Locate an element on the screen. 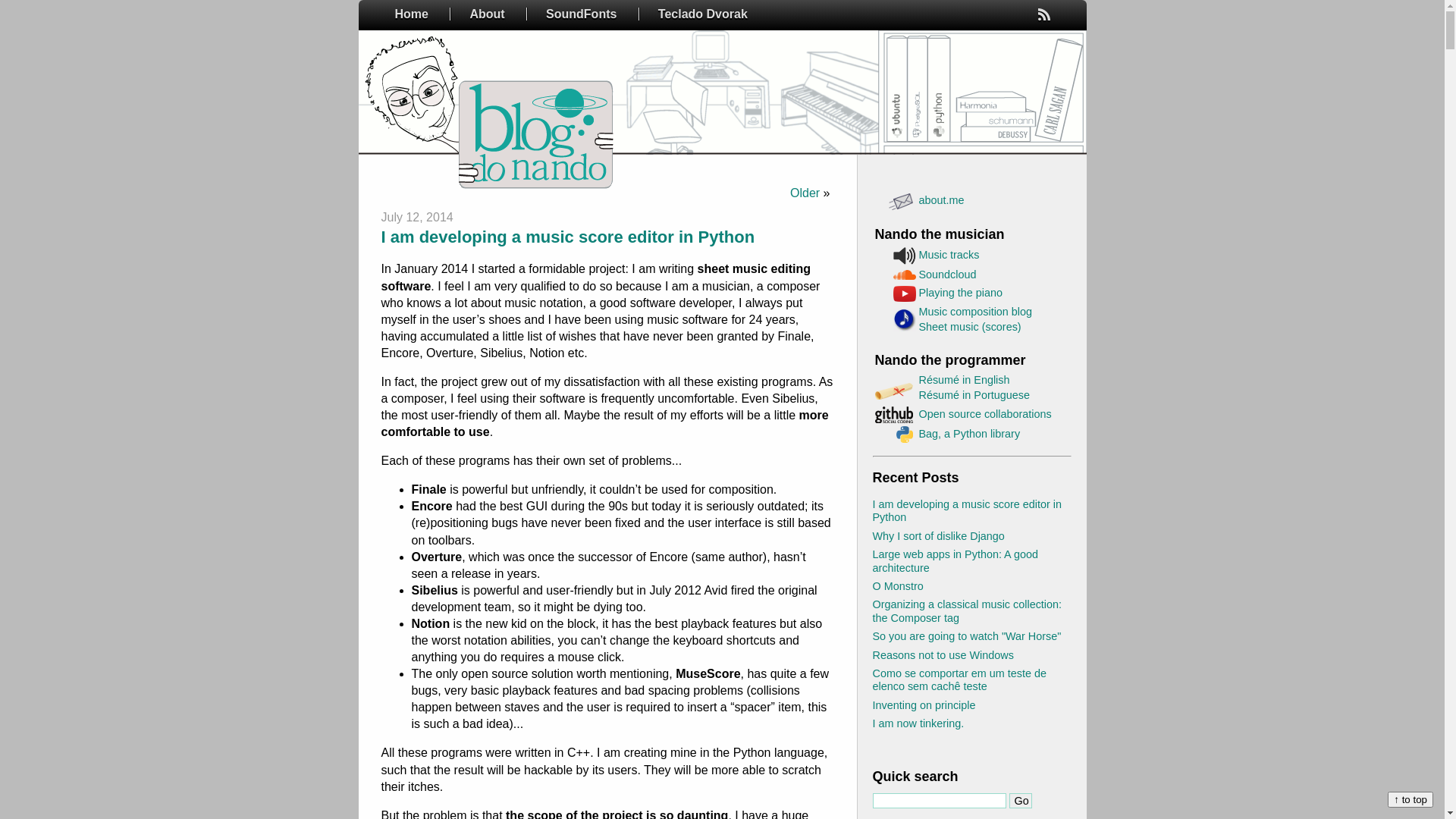 The image size is (1456, 819). 'O Monstro' is located at coordinates (897, 585).